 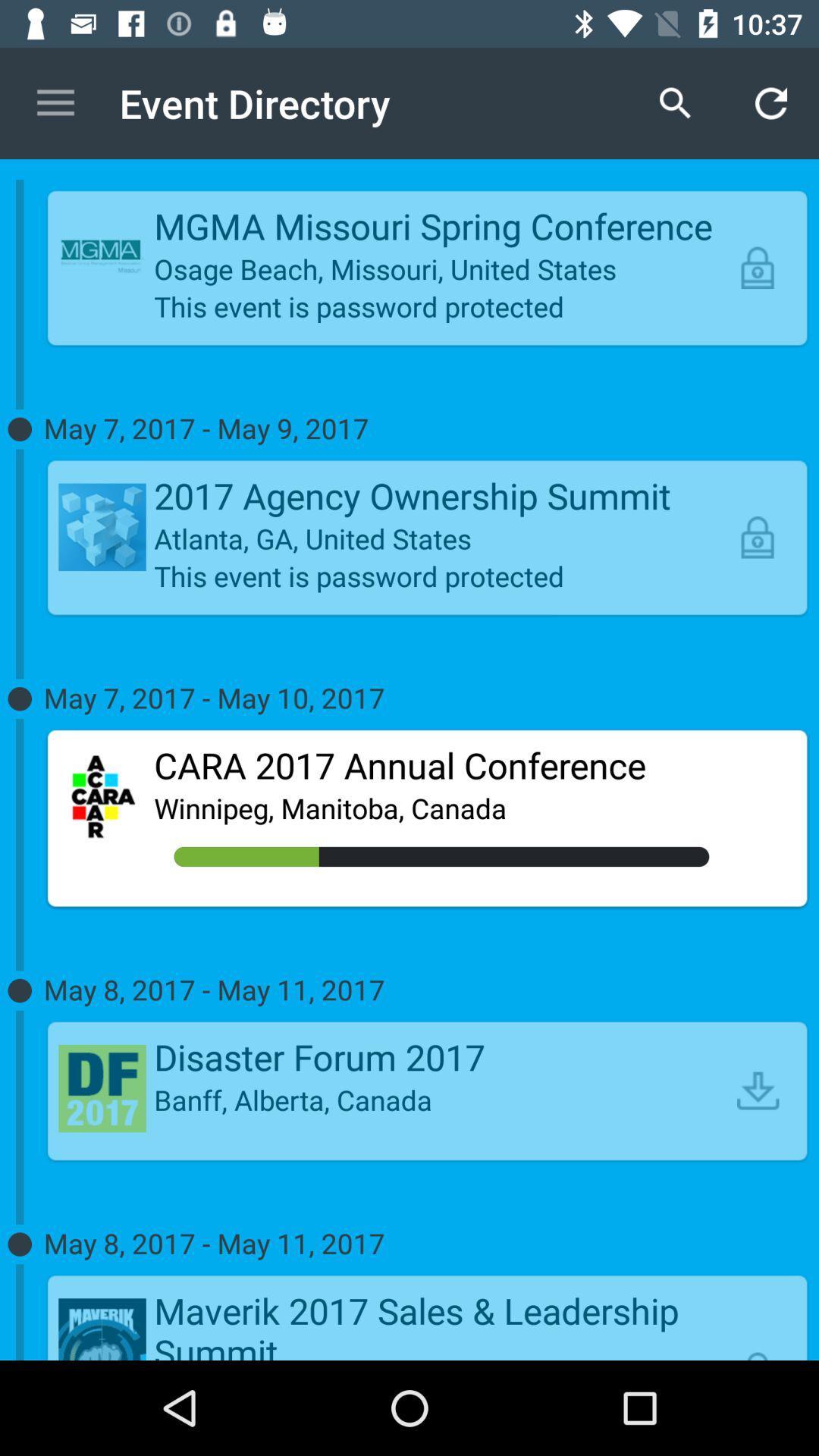 What do you see at coordinates (441, 538) in the screenshot?
I see `the item below 2017 agency ownership item` at bounding box center [441, 538].